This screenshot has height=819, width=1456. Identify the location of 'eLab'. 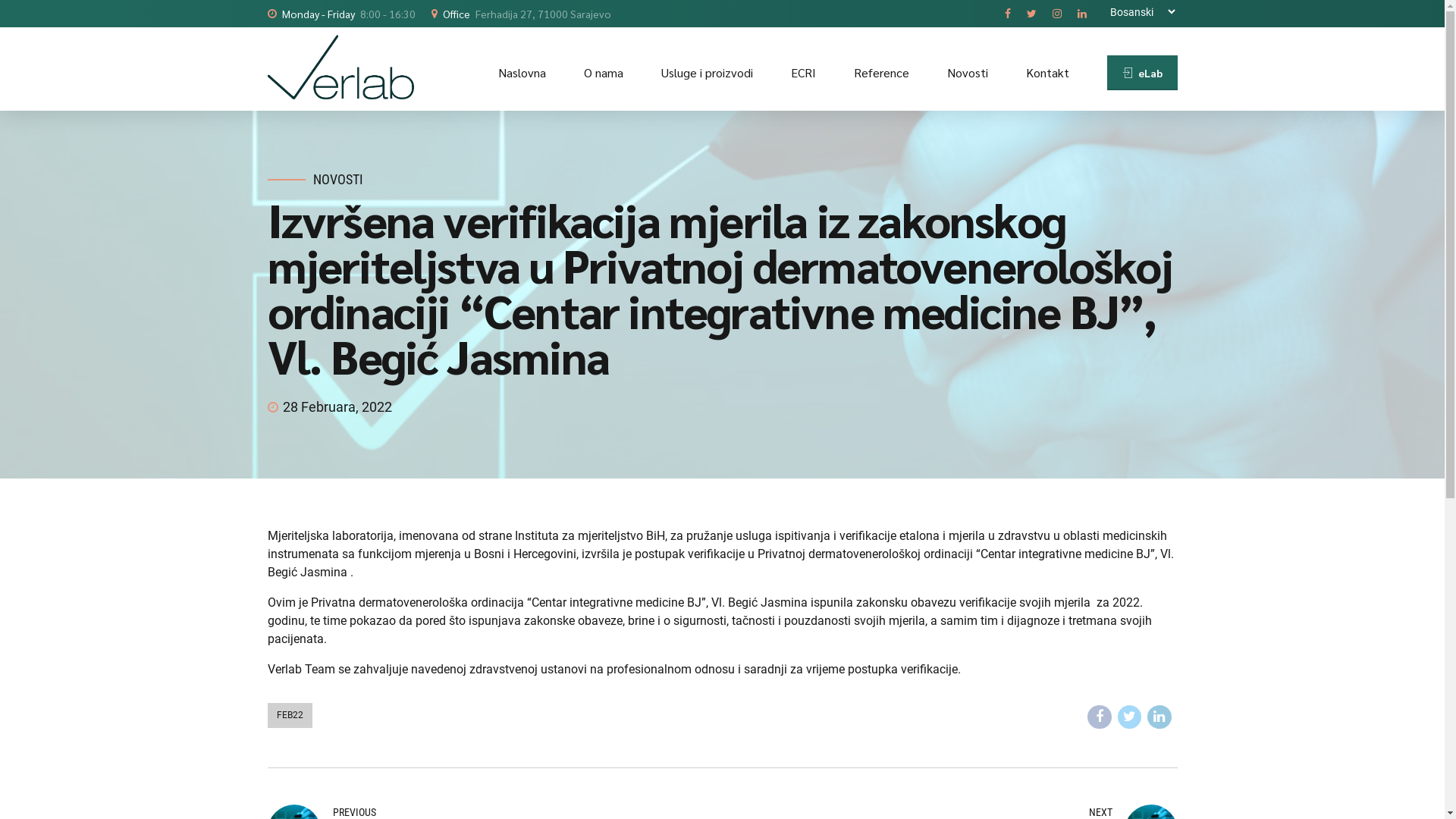
(1142, 73).